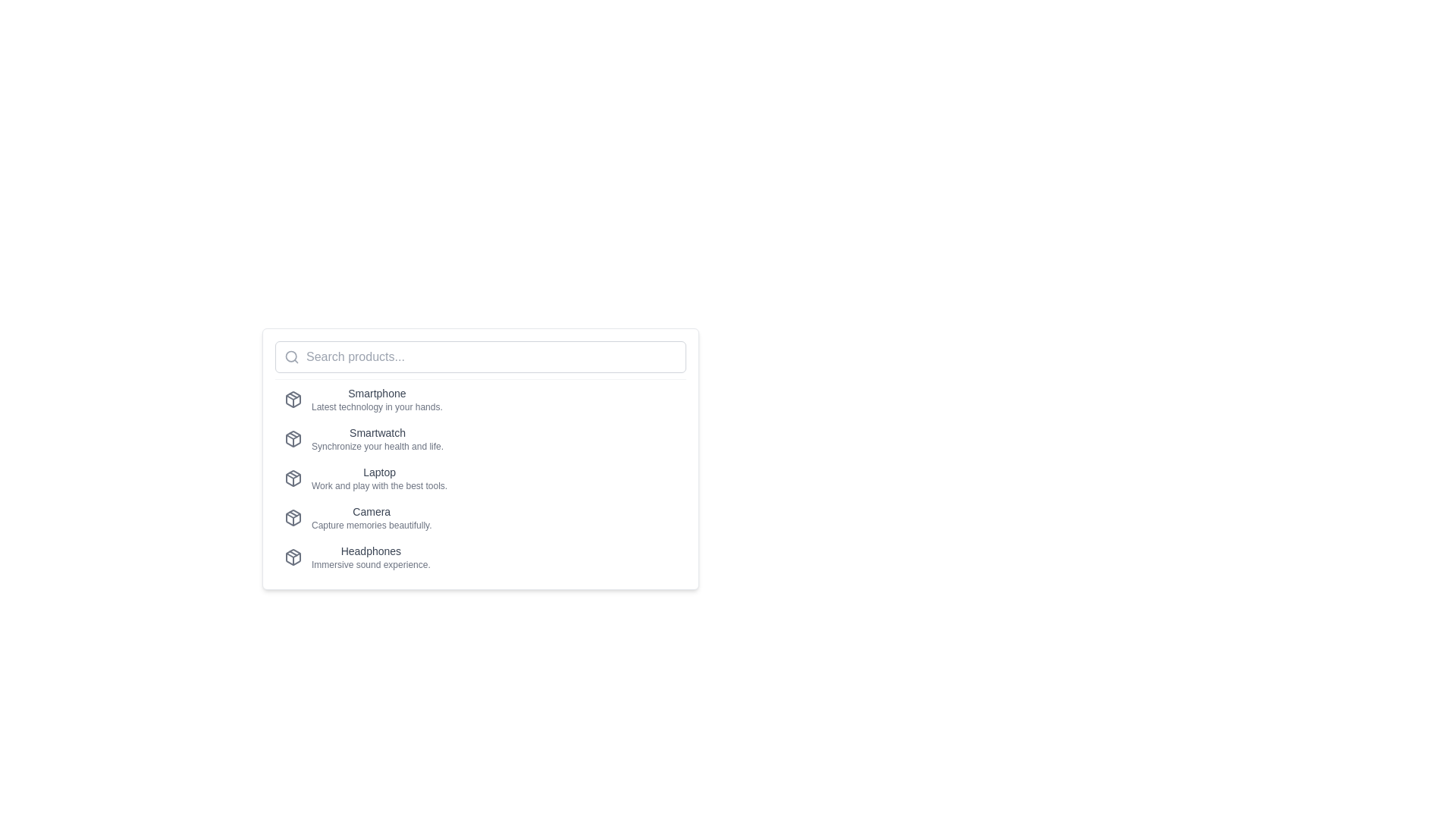  What do you see at coordinates (379, 485) in the screenshot?
I see `the descriptive text label for the product category 'Laptop' that provides supplementary information about it` at bounding box center [379, 485].